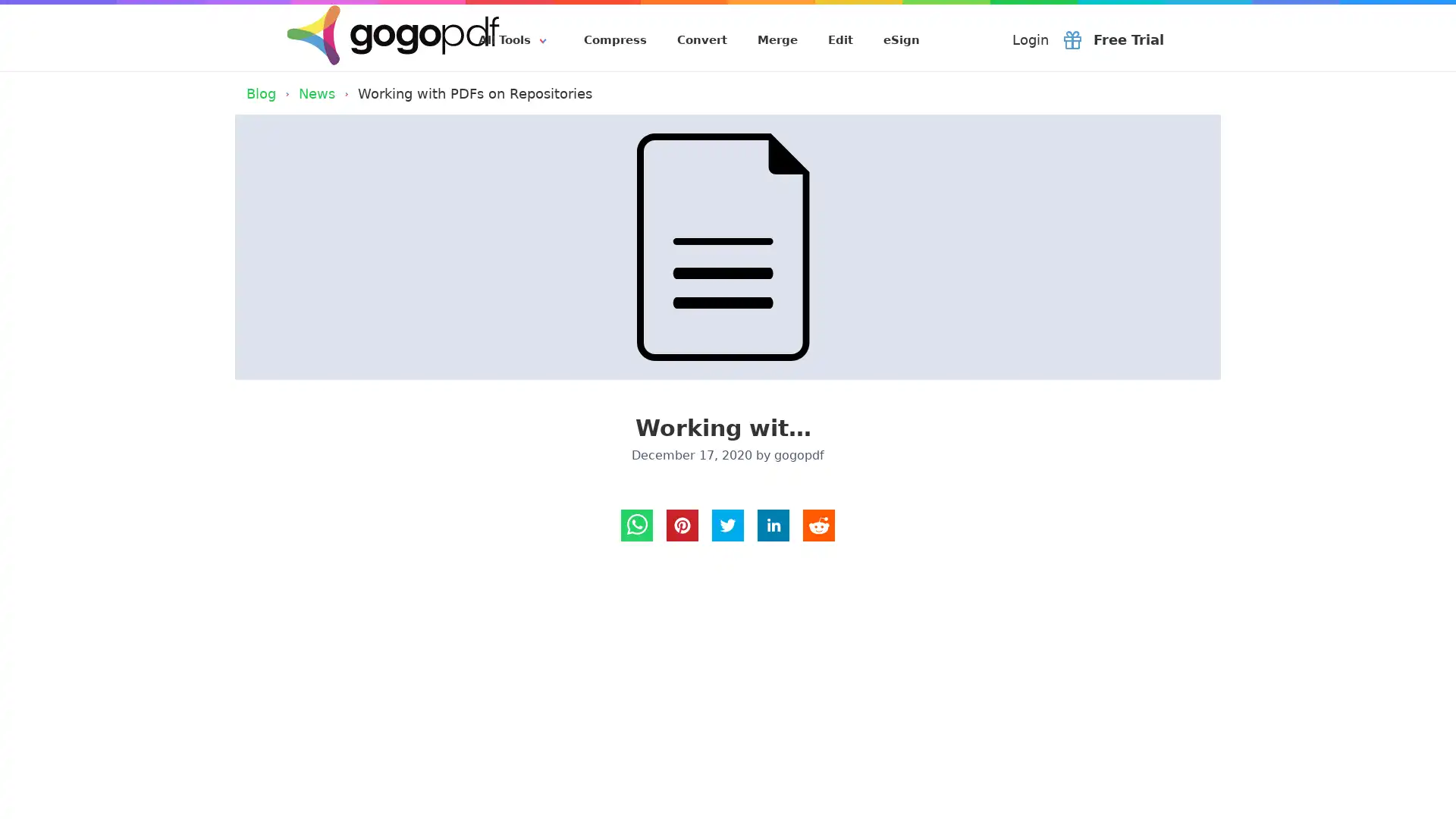 This screenshot has width=1456, height=819. I want to click on reddit, so click(818, 525).